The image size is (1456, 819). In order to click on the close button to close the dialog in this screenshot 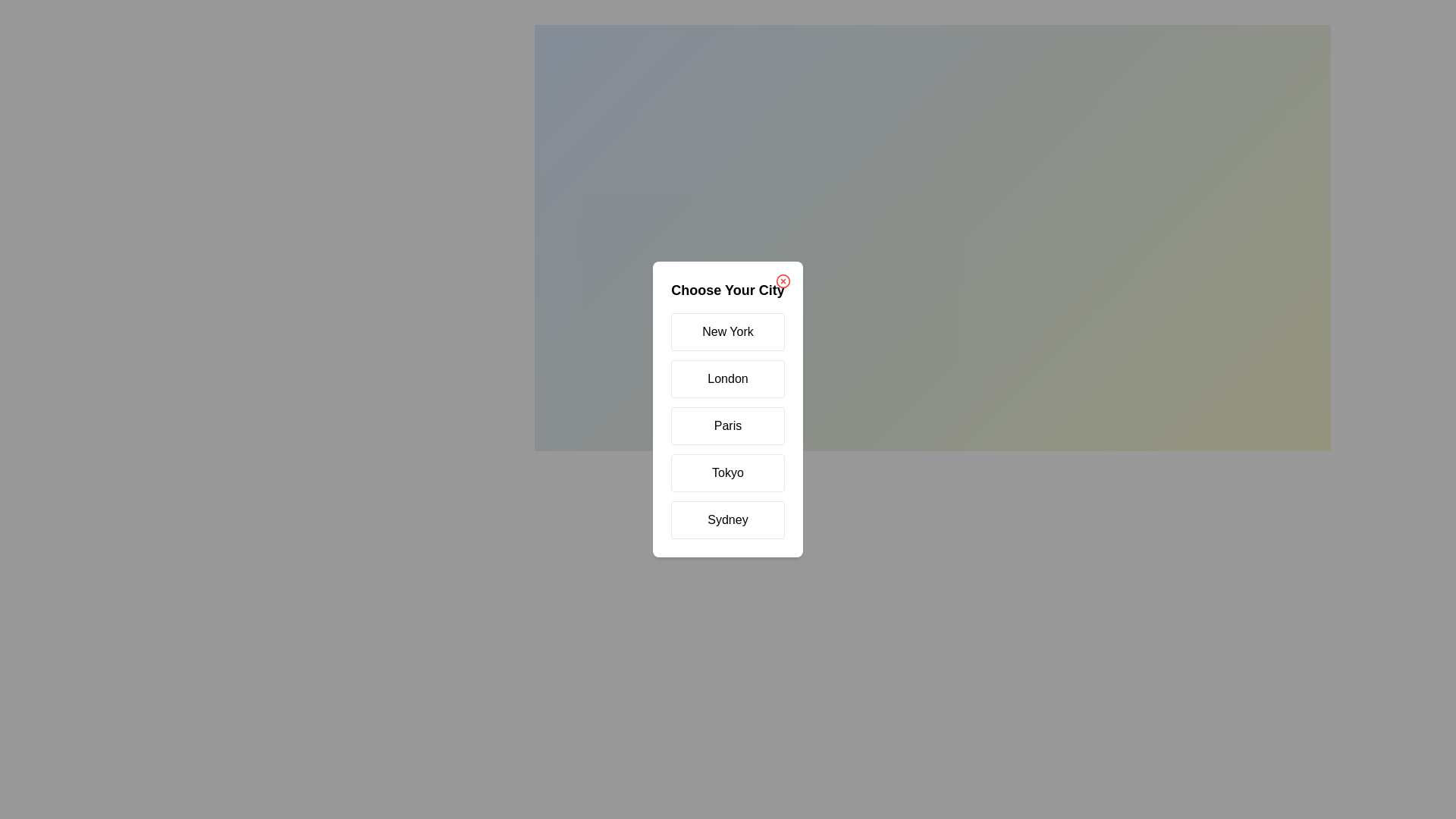, I will do `click(783, 281)`.